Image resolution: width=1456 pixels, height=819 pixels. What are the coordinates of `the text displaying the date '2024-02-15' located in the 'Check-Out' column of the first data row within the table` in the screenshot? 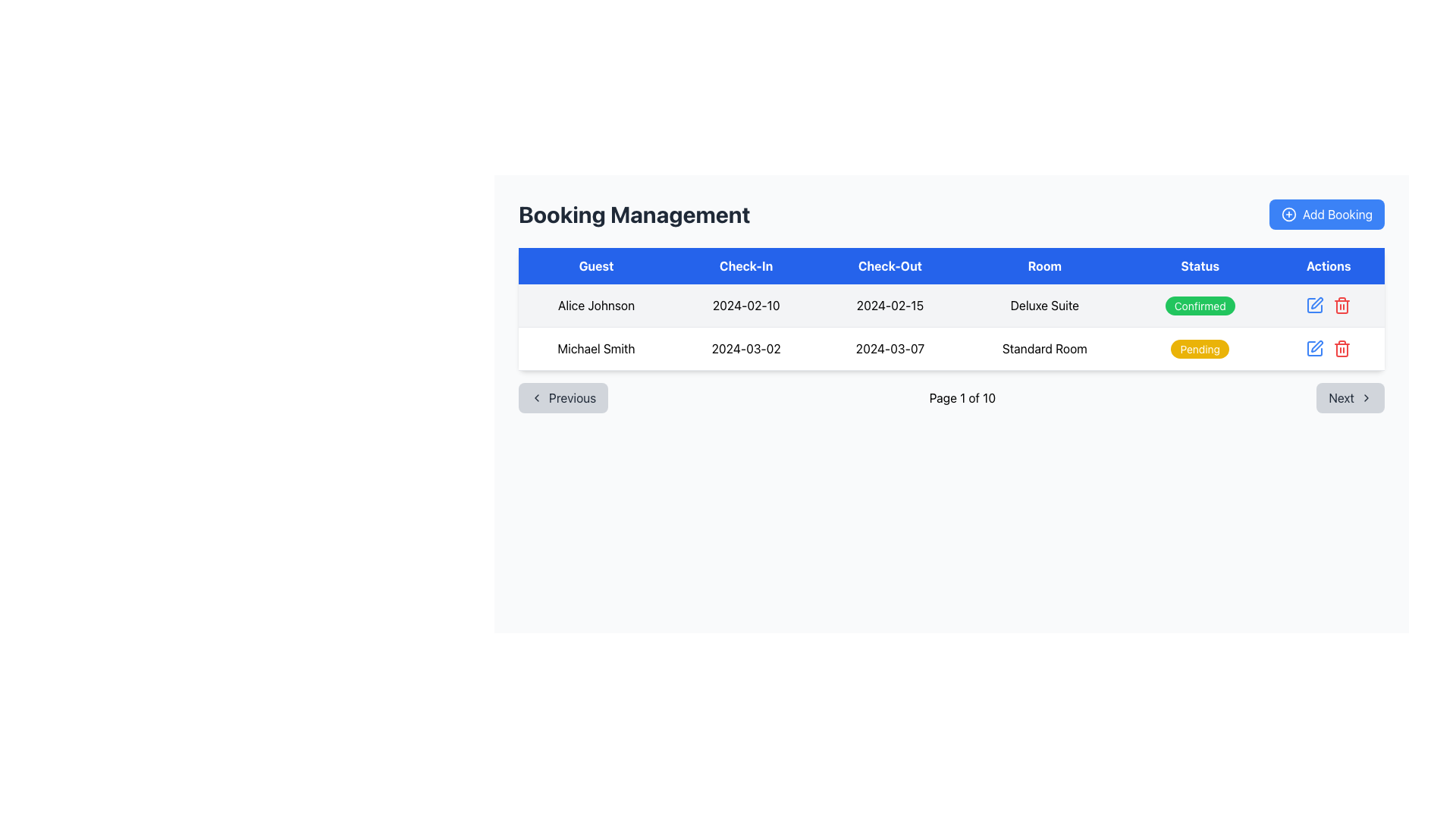 It's located at (890, 306).